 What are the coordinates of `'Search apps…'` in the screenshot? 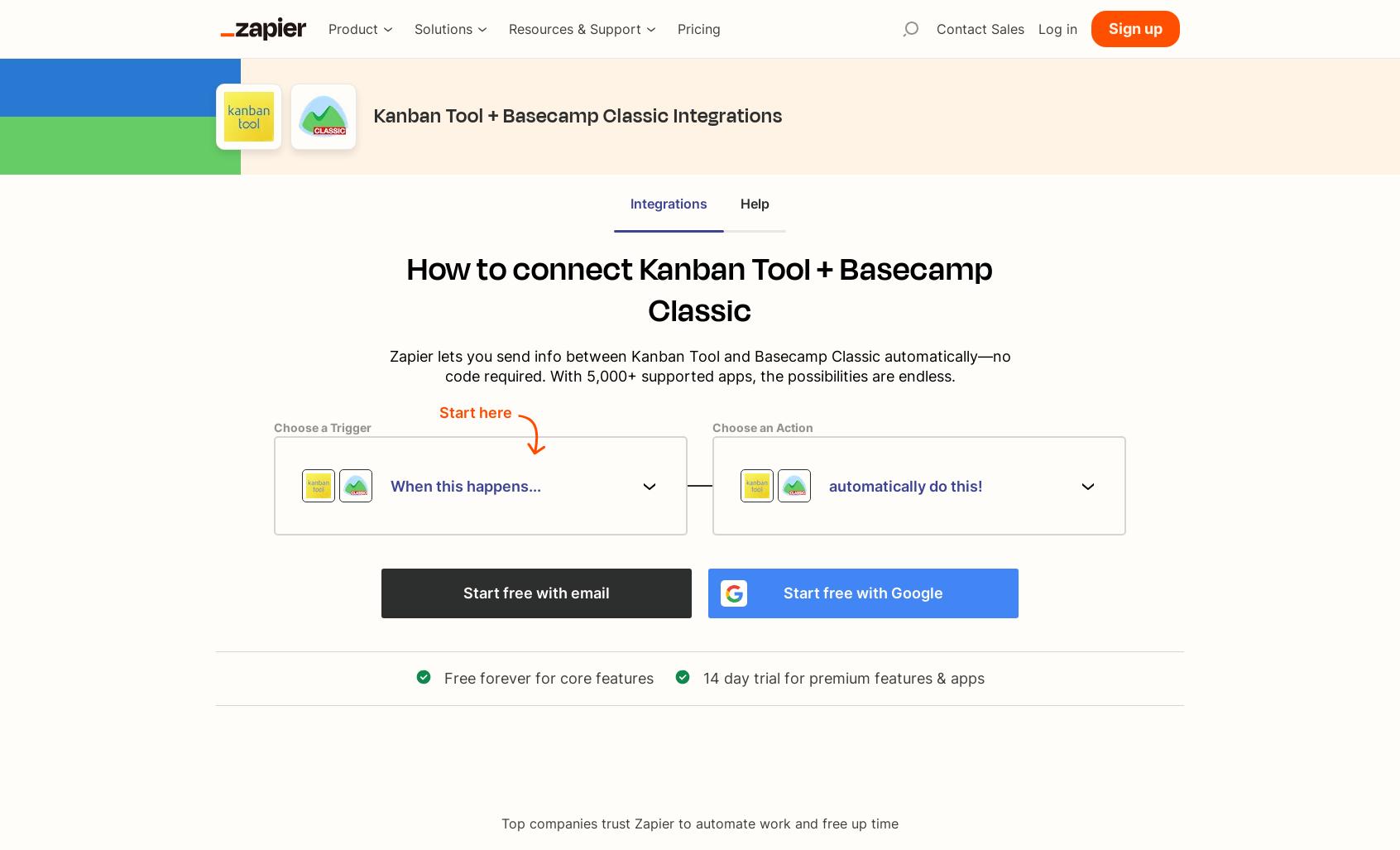 It's located at (910, 60).